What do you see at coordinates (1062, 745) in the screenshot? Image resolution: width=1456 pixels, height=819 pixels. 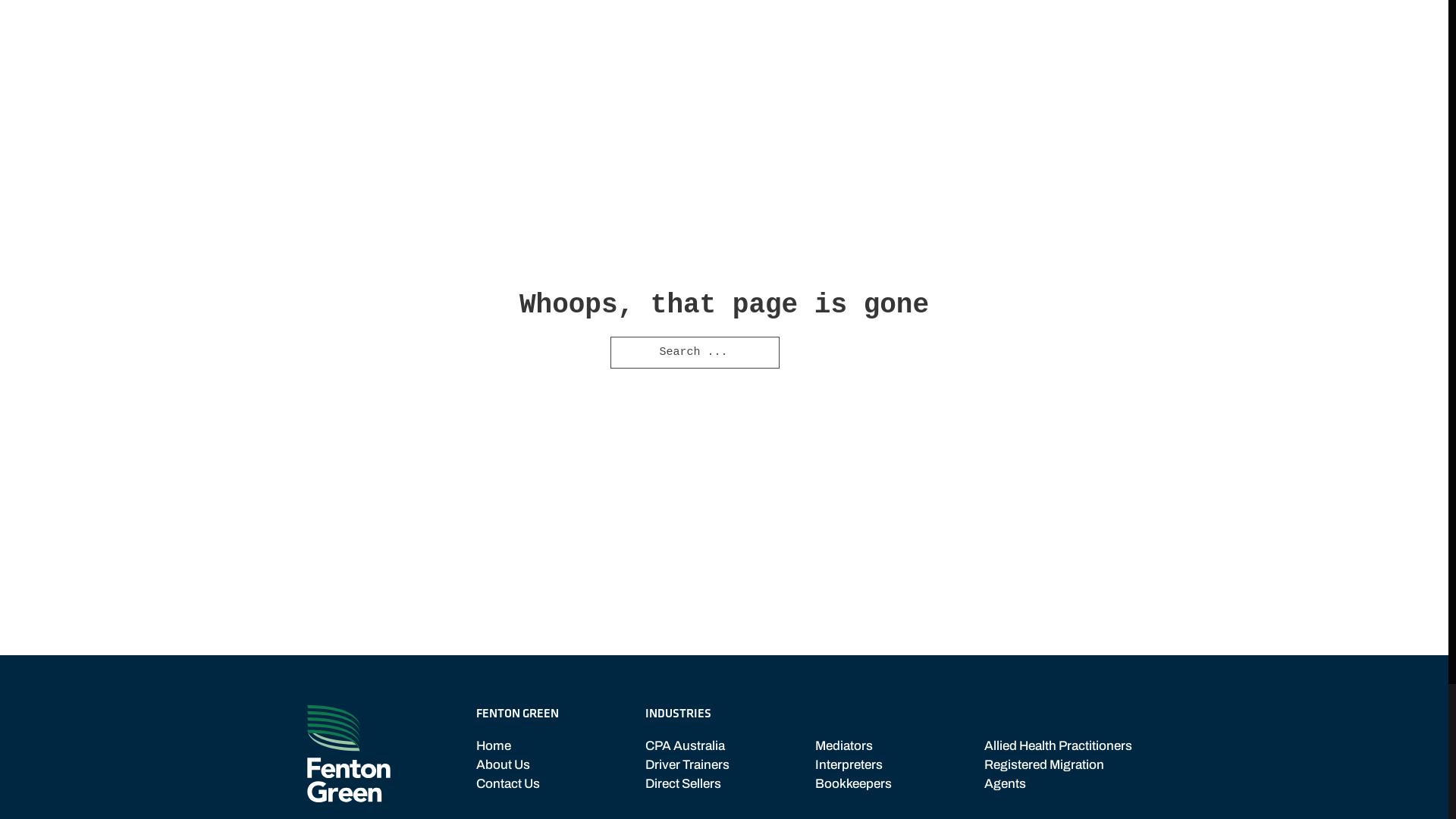 I see `'Allied Health Practitioners'` at bounding box center [1062, 745].